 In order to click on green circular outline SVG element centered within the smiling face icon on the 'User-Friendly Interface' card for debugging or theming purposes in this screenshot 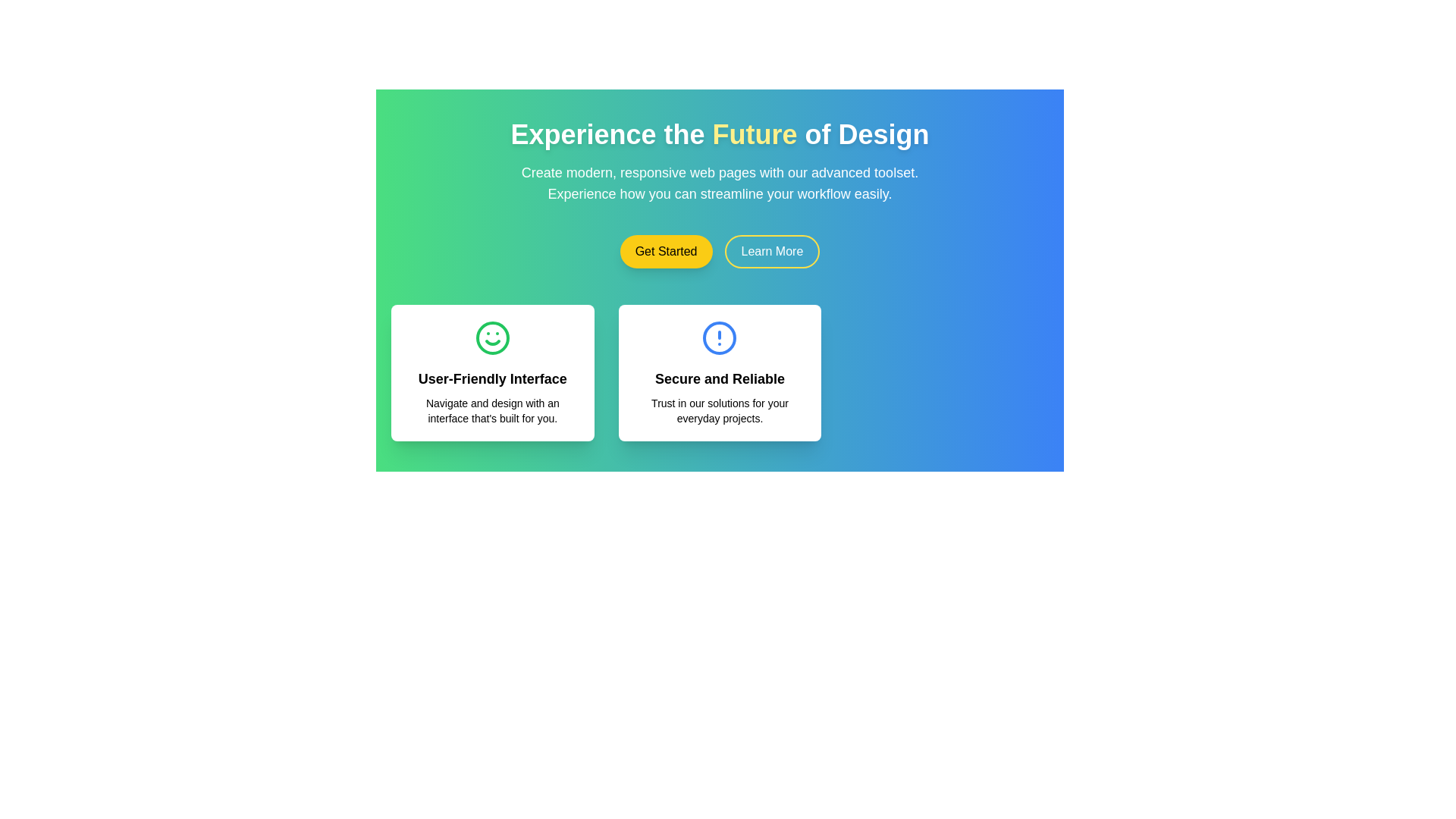, I will do `click(492, 337)`.